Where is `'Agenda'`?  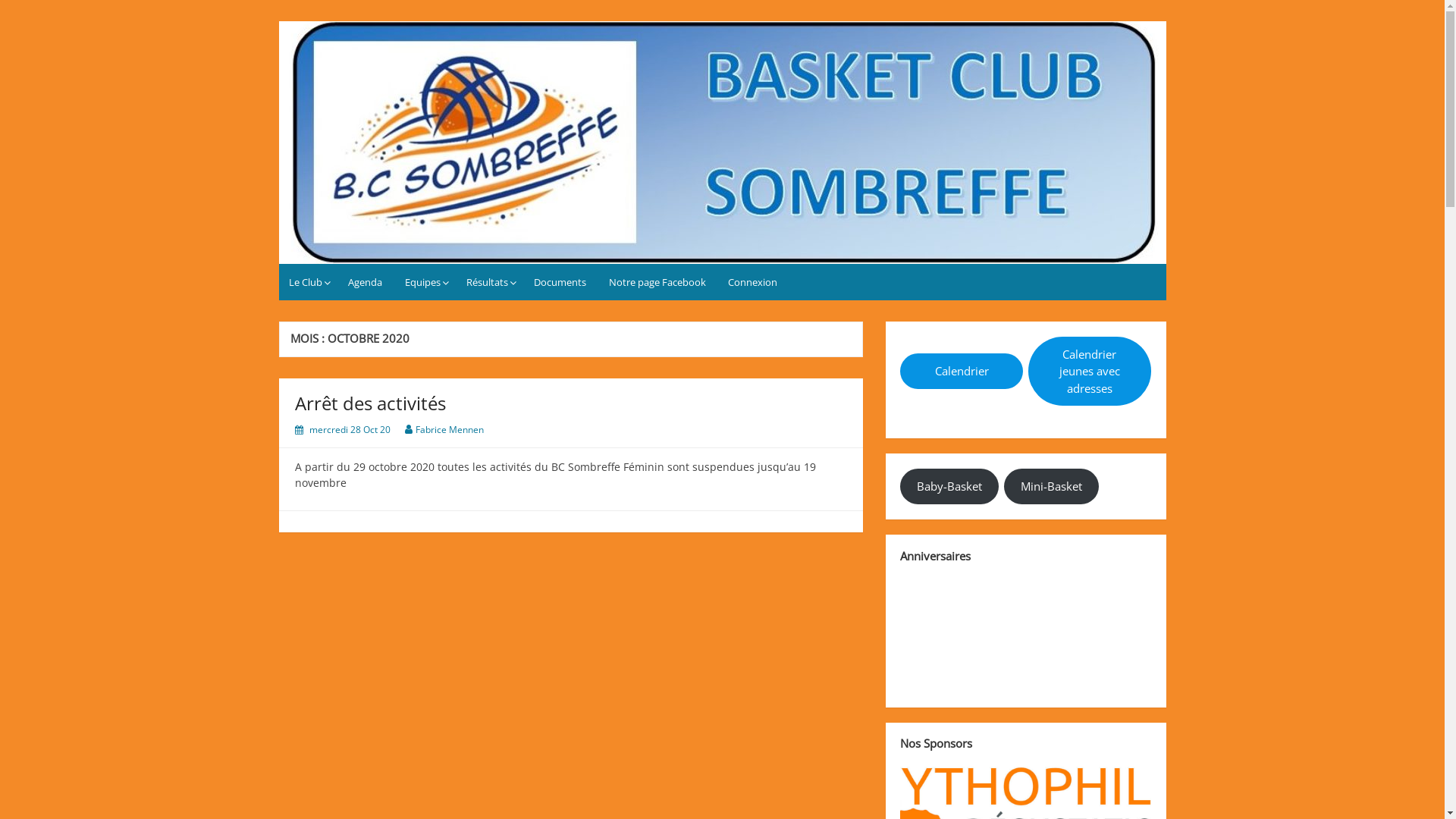
'Agenda' is located at coordinates (365, 281).